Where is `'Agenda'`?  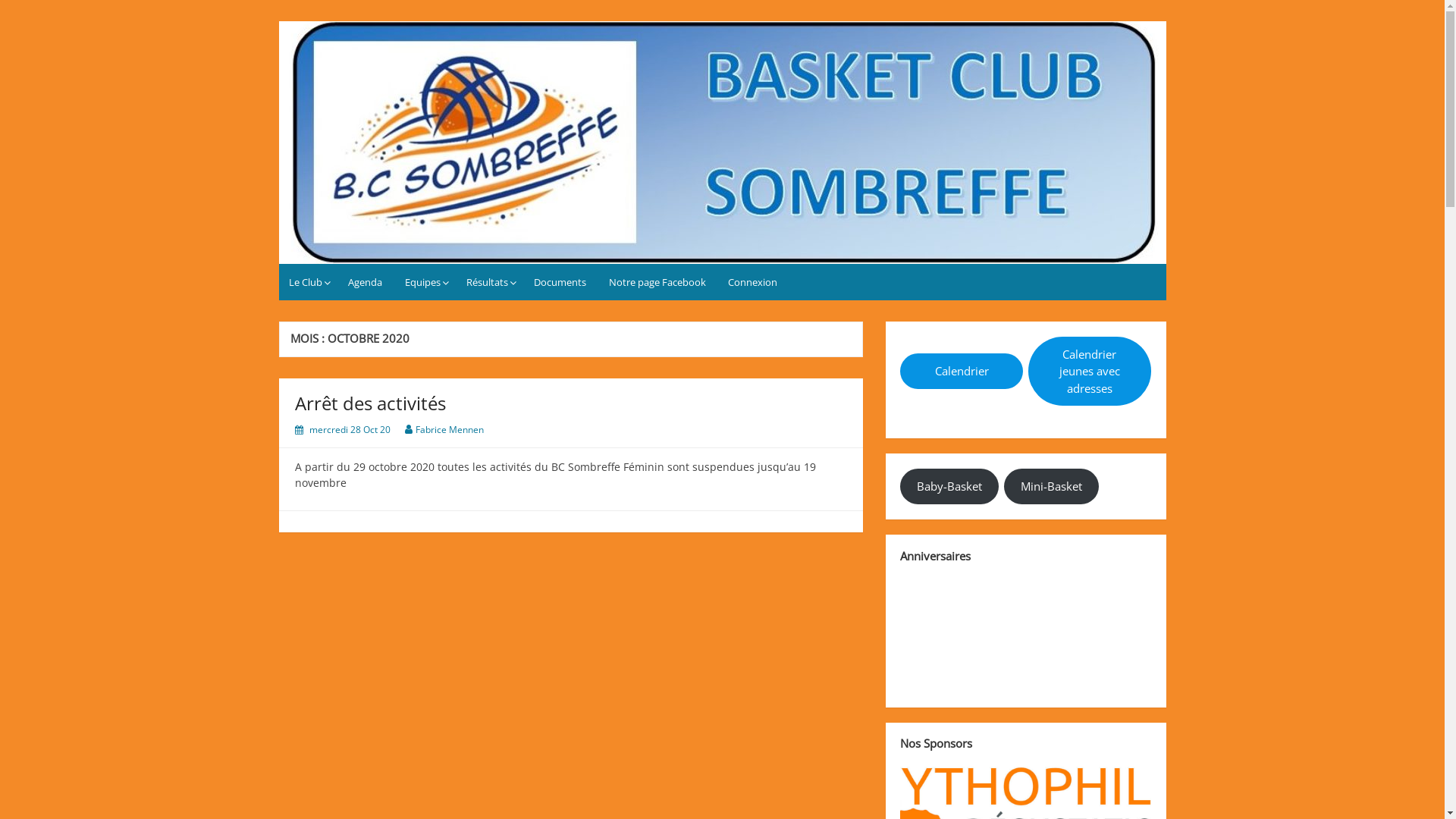
'Agenda' is located at coordinates (365, 281).